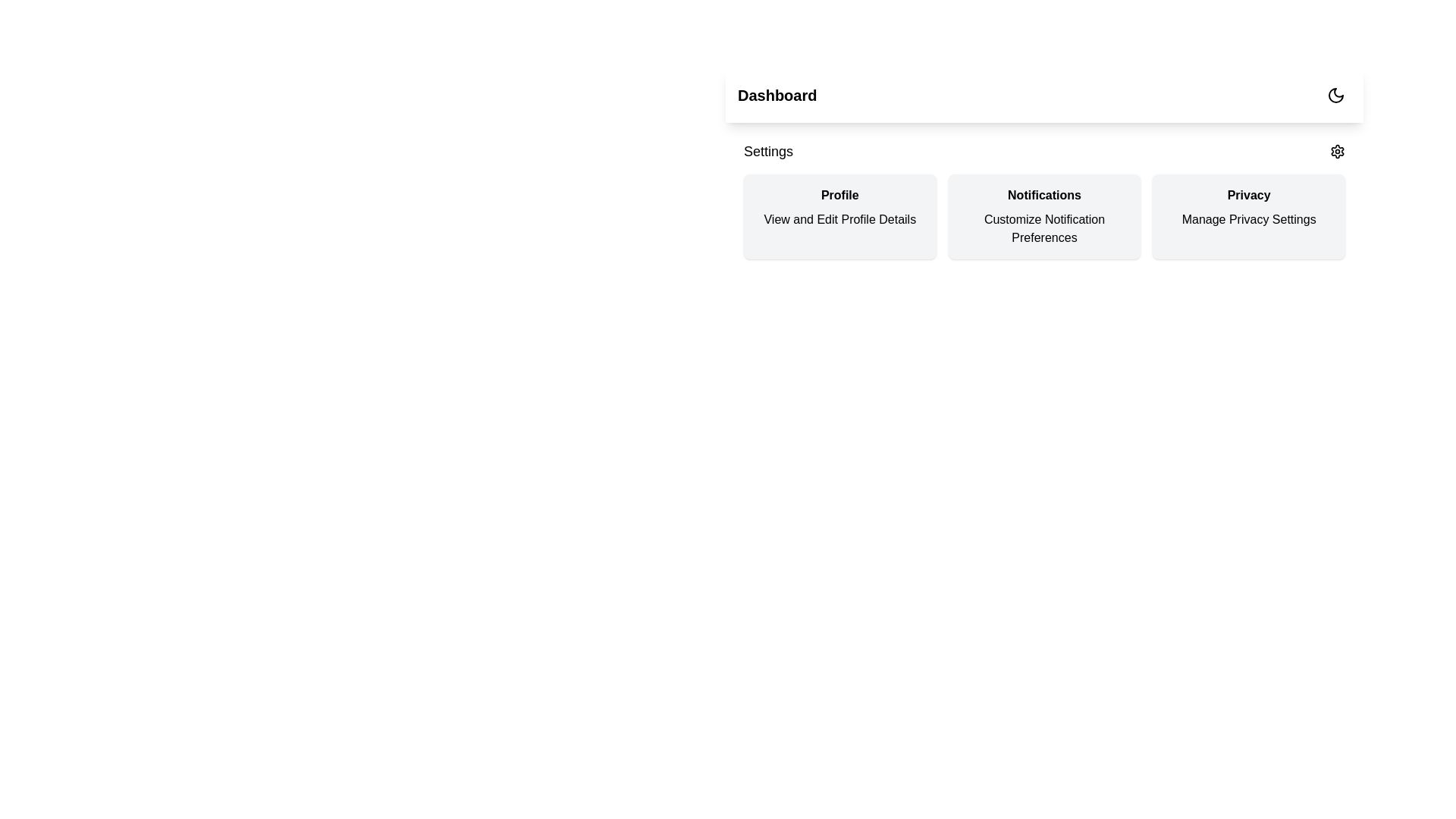  Describe the element at coordinates (768, 152) in the screenshot. I see `the Text label that indicates the associated section or settings page, located below the 'Dashboard' label and aligned with the settings icon` at that location.